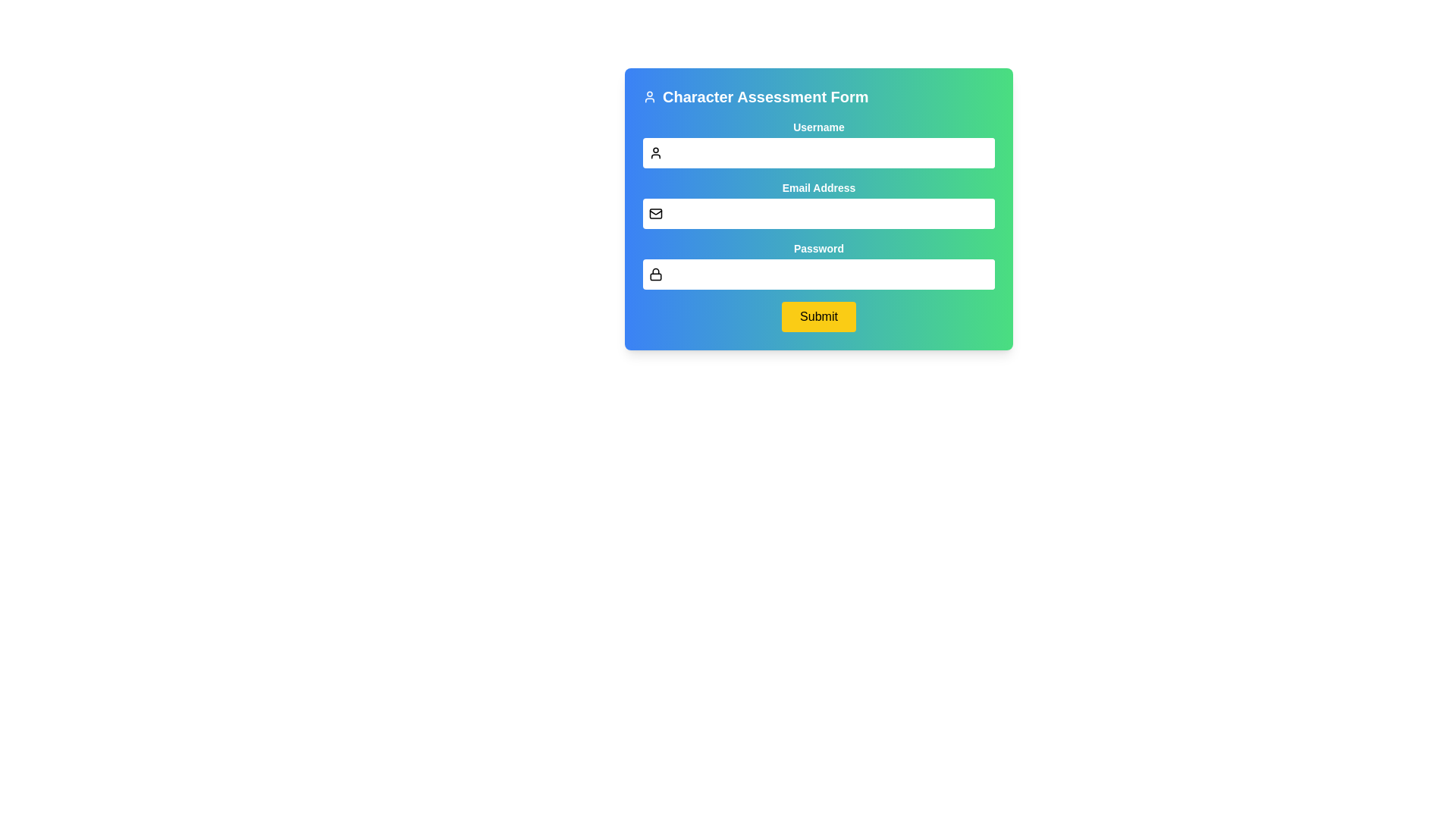 The height and width of the screenshot is (819, 1456). Describe the element at coordinates (818, 265) in the screenshot. I see `the Password input field located below the 'Email Address' field to focus and type a password` at that location.